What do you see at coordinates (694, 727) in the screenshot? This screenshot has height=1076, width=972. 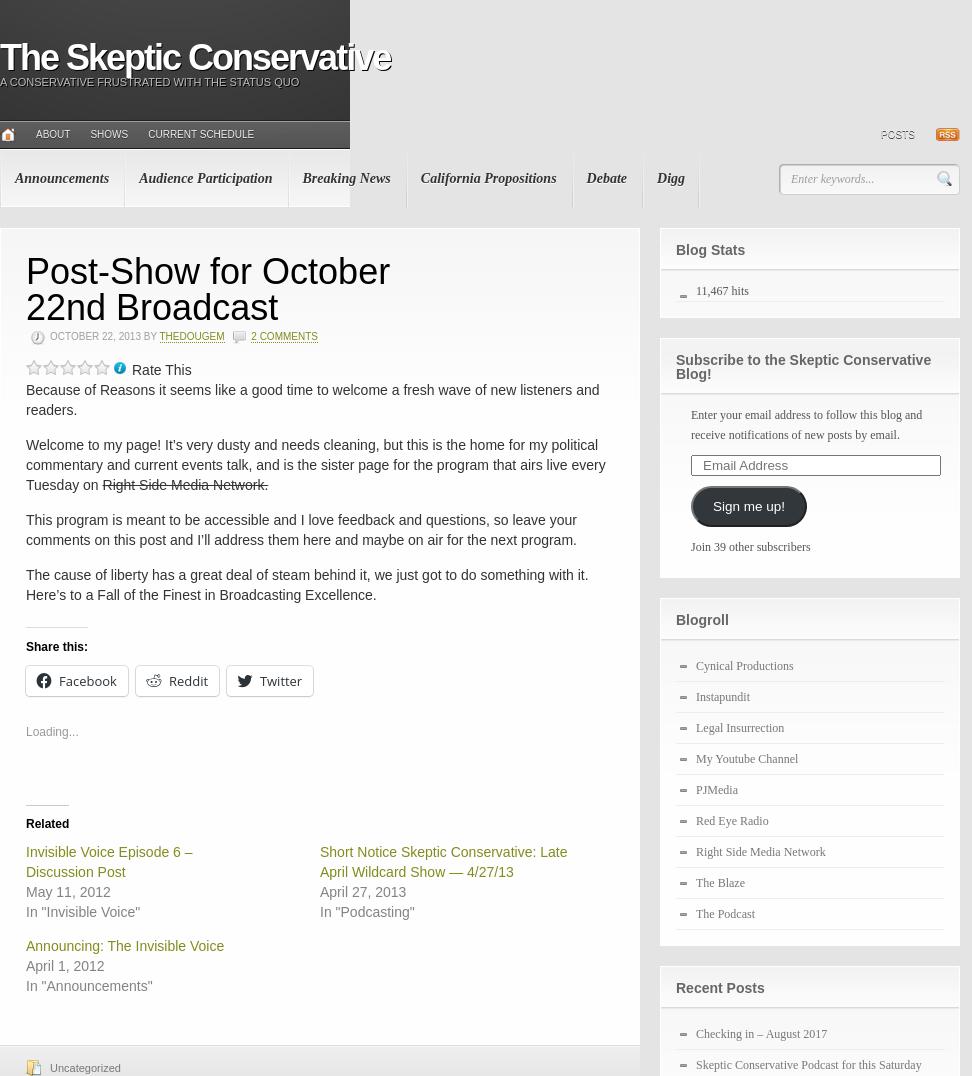 I see `'Legal Insurrection'` at bounding box center [694, 727].